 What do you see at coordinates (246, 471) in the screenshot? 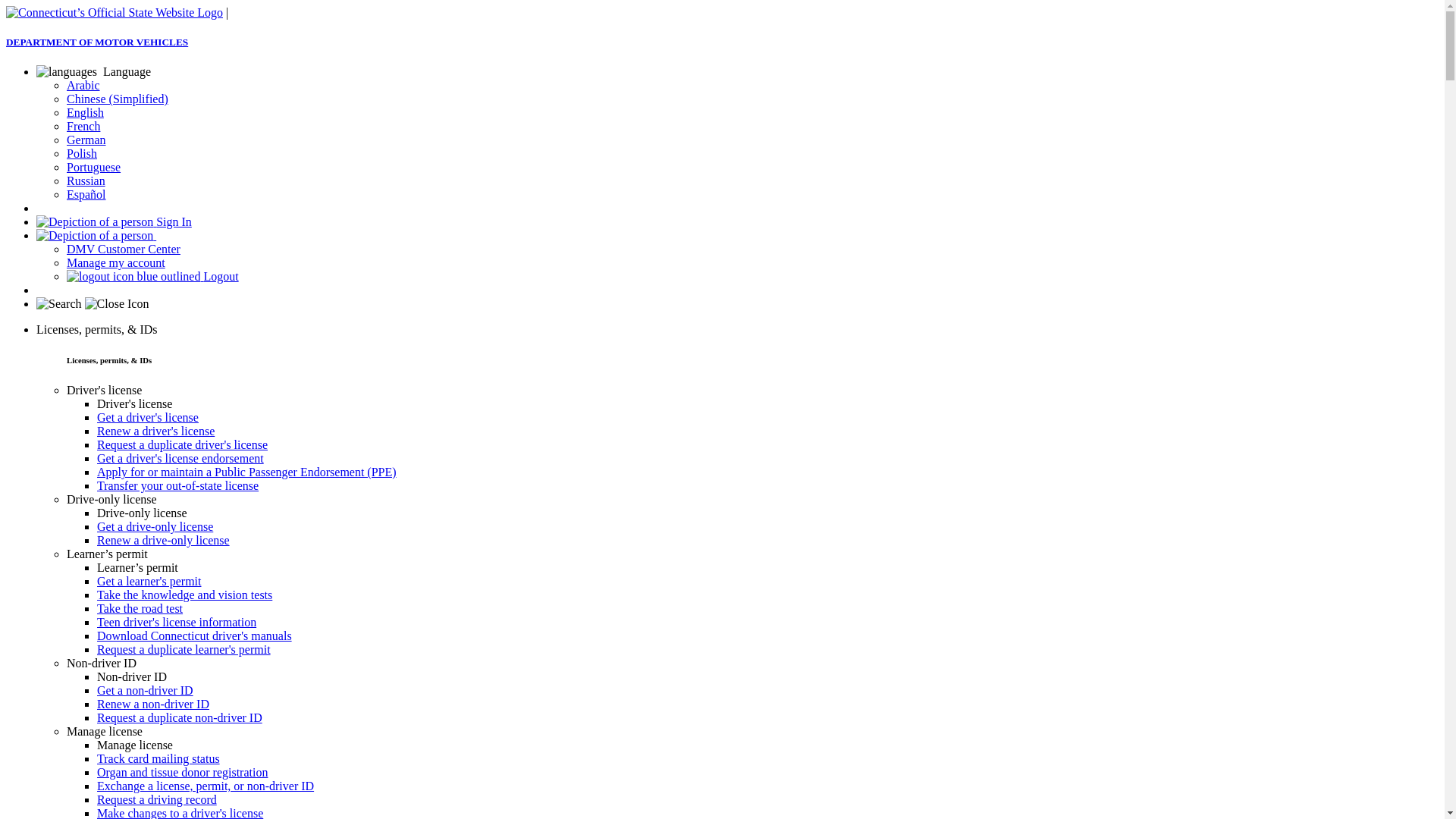
I see `'Apply for or maintain a Public Passenger Endorsement (PPE)'` at bounding box center [246, 471].